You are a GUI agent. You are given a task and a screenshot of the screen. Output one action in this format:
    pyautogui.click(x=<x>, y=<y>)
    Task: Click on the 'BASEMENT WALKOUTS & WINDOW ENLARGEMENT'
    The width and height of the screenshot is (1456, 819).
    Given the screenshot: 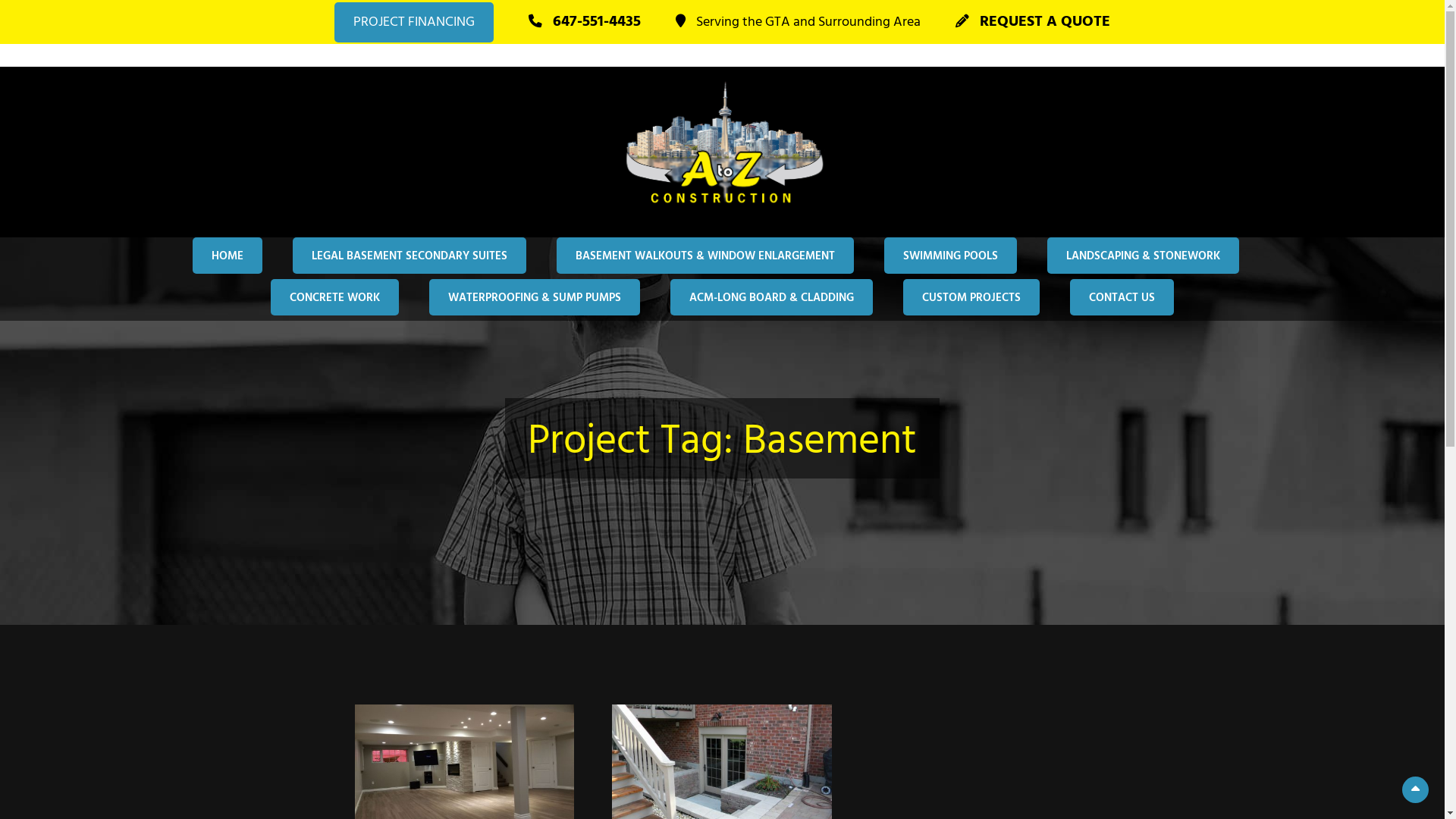 What is the action you would take?
    pyautogui.click(x=704, y=253)
    